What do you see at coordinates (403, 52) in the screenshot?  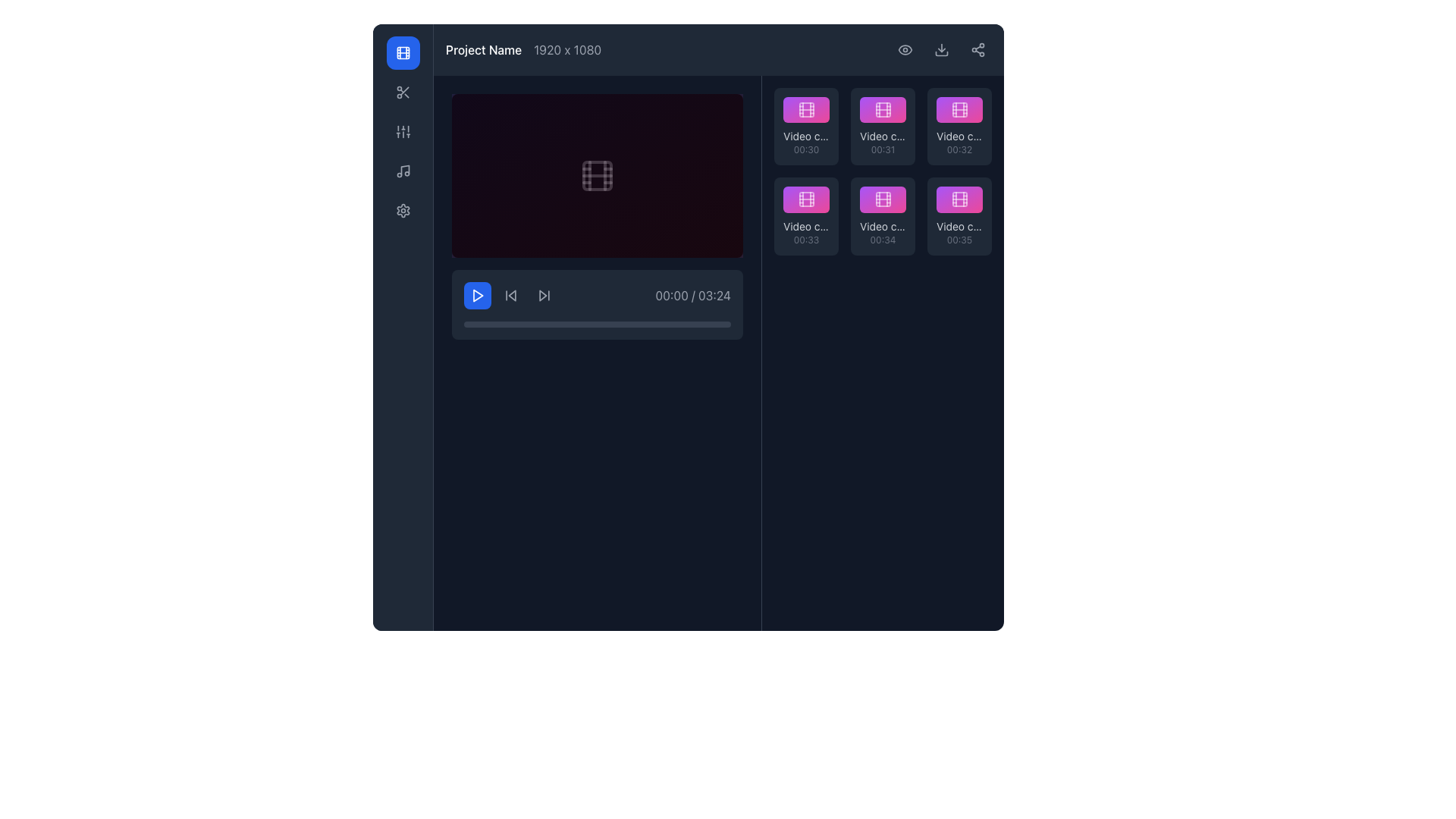 I see `the 'Film' or 'Project' icon button located in the top-left corner of the interface` at bounding box center [403, 52].